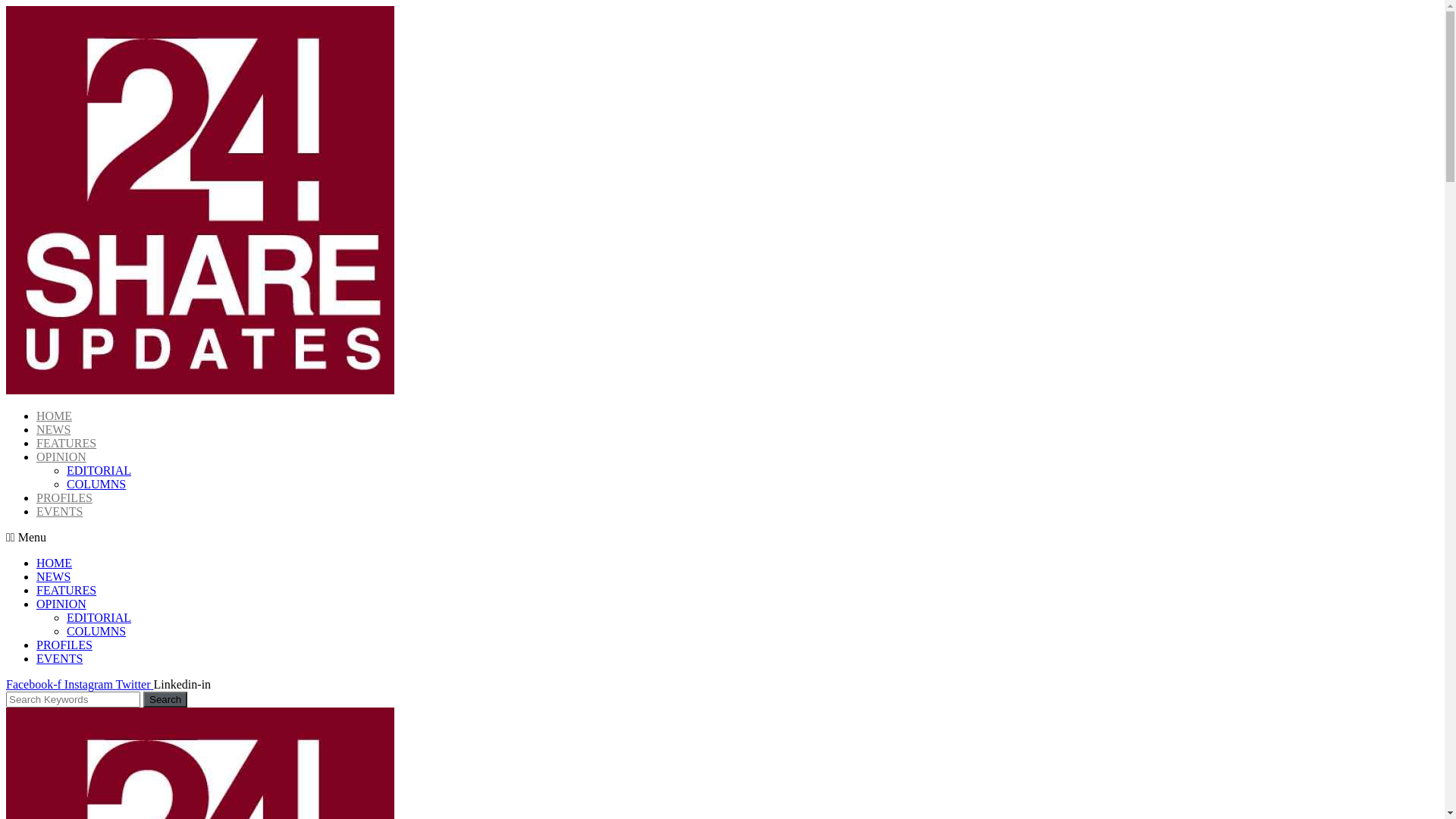 The width and height of the screenshot is (1456, 819). What do you see at coordinates (59, 657) in the screenshot?
I see `'EVENTS'` at bounding box center [59, 657].